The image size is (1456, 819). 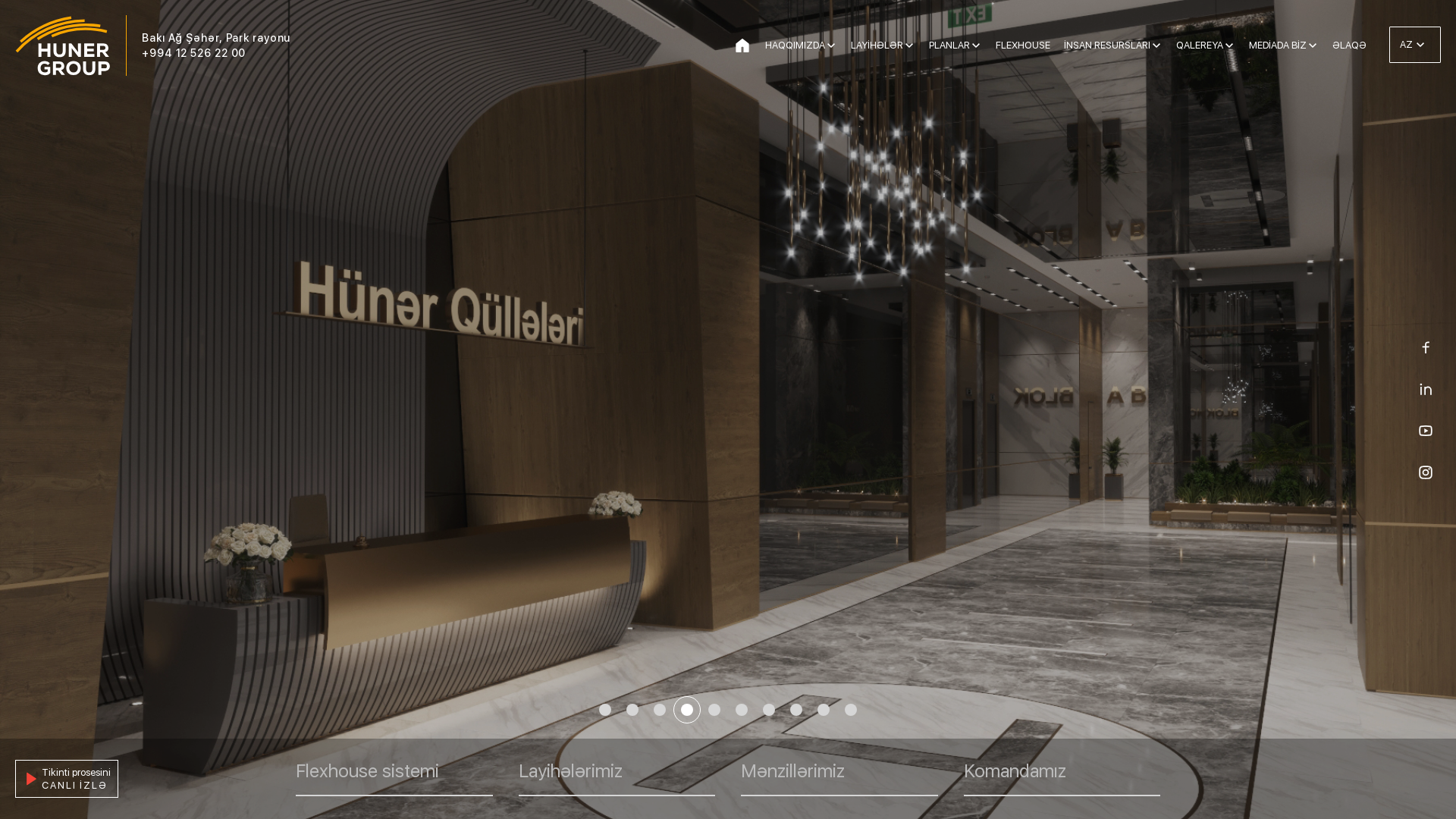 What do you see at coordinates (632, 710) in the screenshot?
I see `'2'` at bounding box center [632, 710].